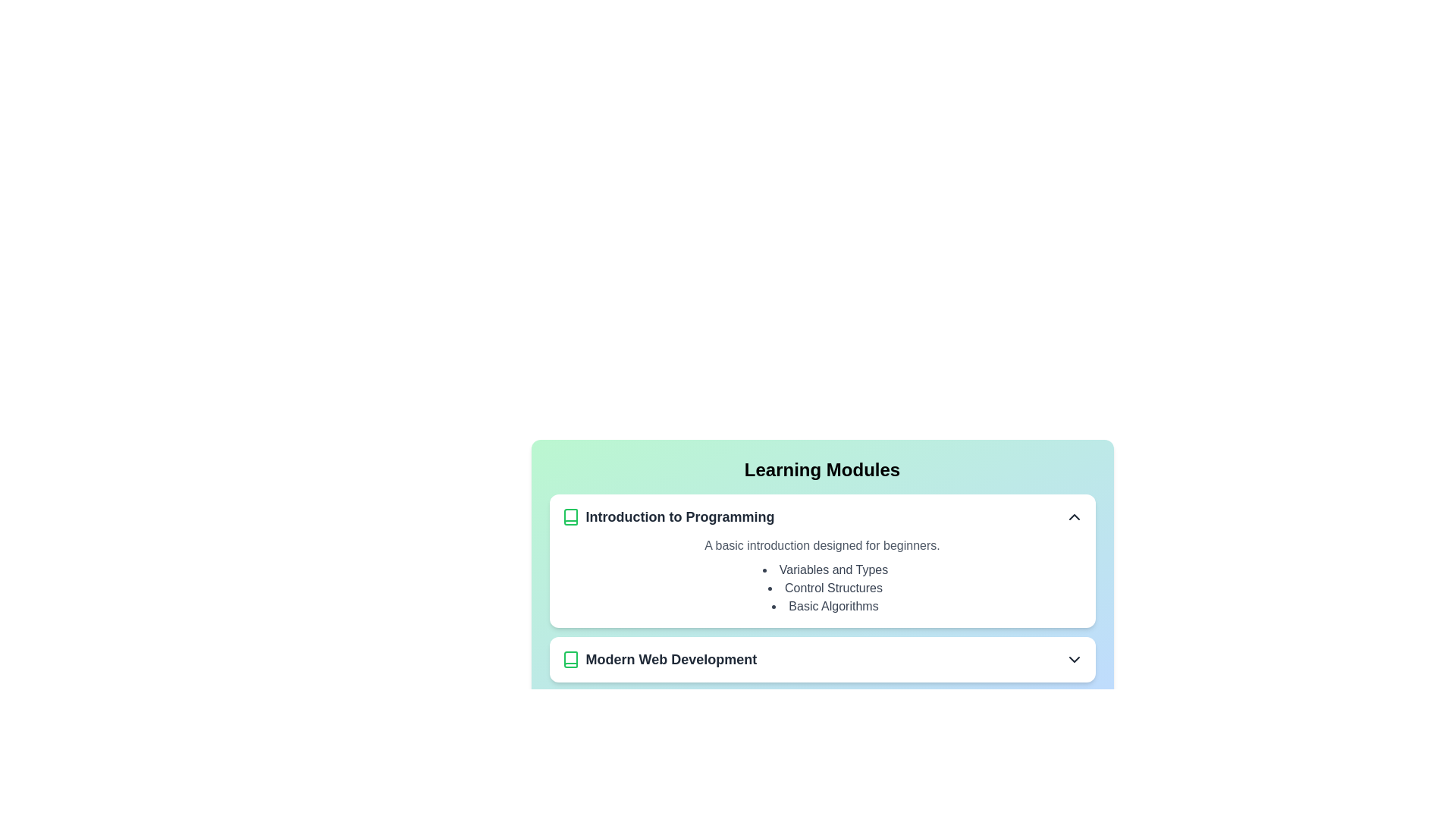 The width and height of the screenshot is (1456, 819). Describe the element at coordinates (821, 605) in the screenshot. I see `the 'Basic Algorithms' text block in the 'Learning Modules' section, which is the third bullet point in the list under 'Introduction to Programming'` at that location.